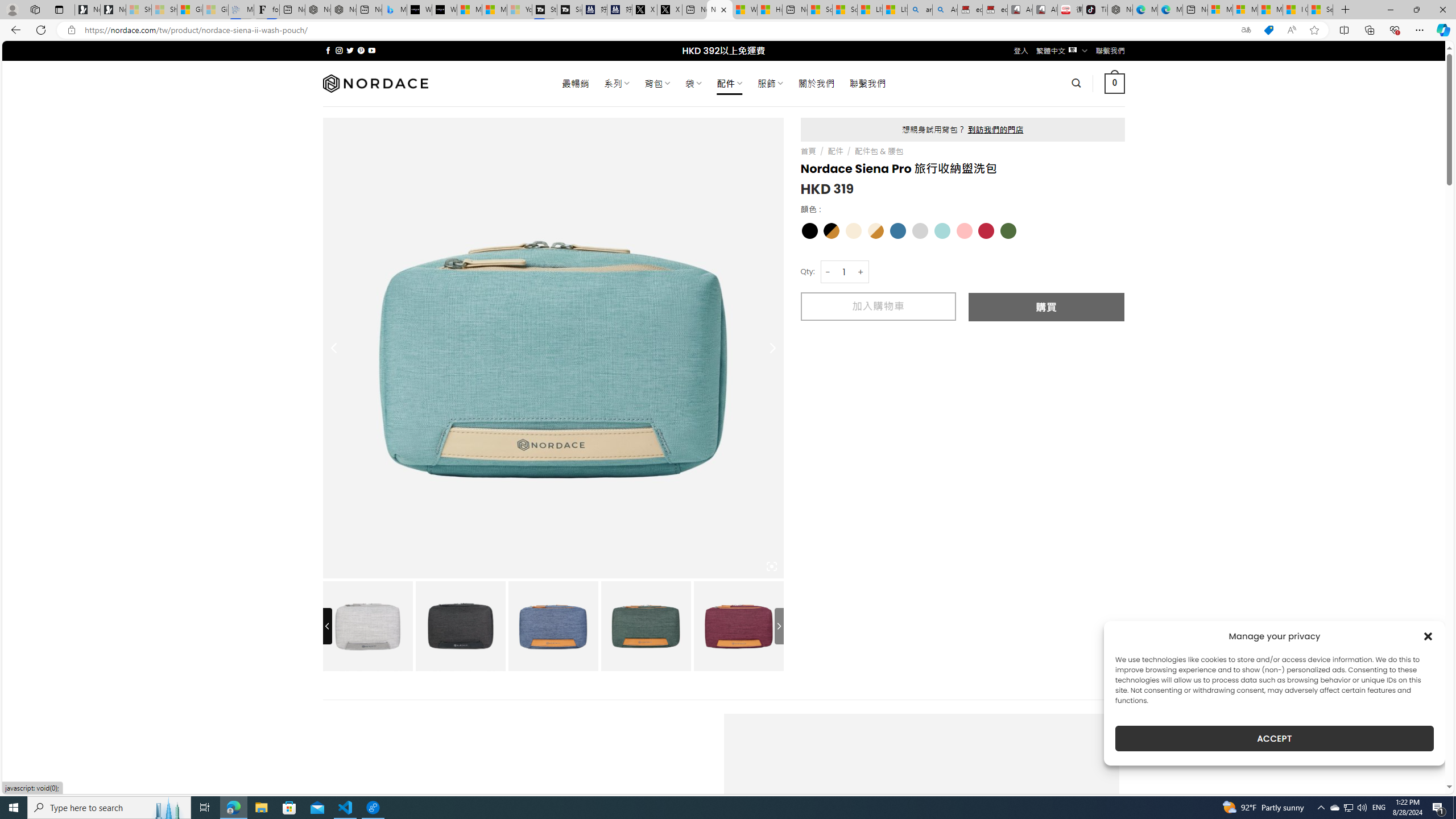 The width and height of the screenshot is (1456, 819). What do you see at coordinates (920, 9) in the screenshot?
I see `'amazon - Search'` at bounding box center [920, 9].